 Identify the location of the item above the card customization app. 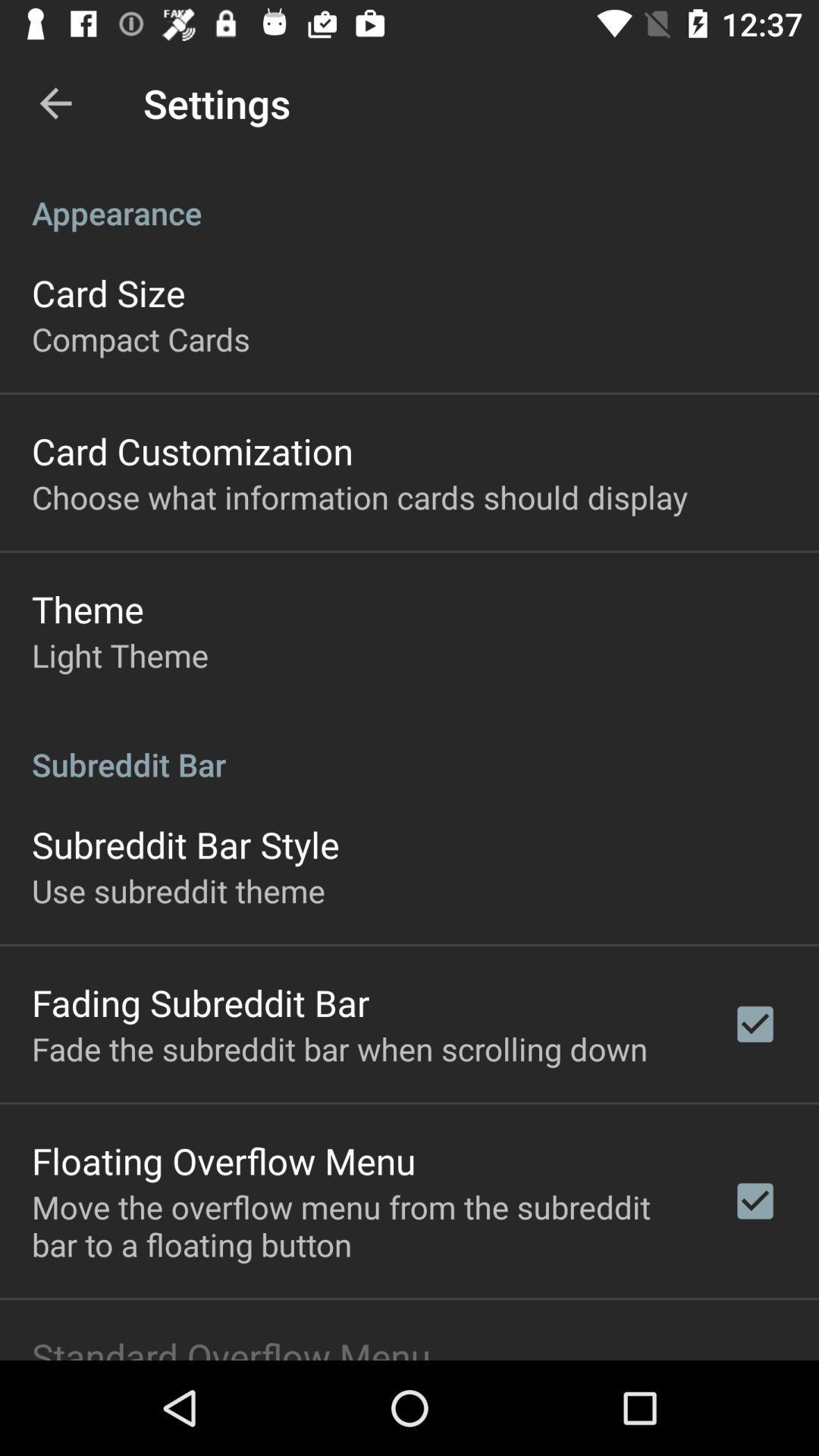
(140, 337).